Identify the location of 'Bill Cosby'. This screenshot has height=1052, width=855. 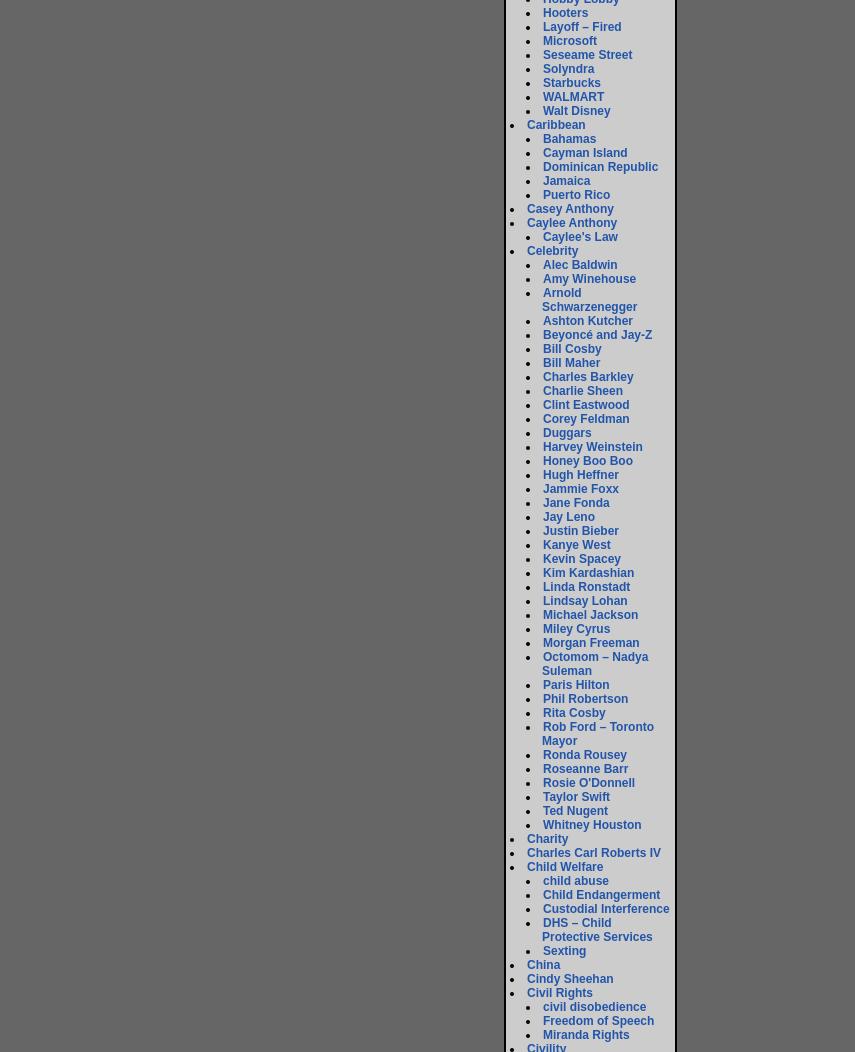
(543, 347).